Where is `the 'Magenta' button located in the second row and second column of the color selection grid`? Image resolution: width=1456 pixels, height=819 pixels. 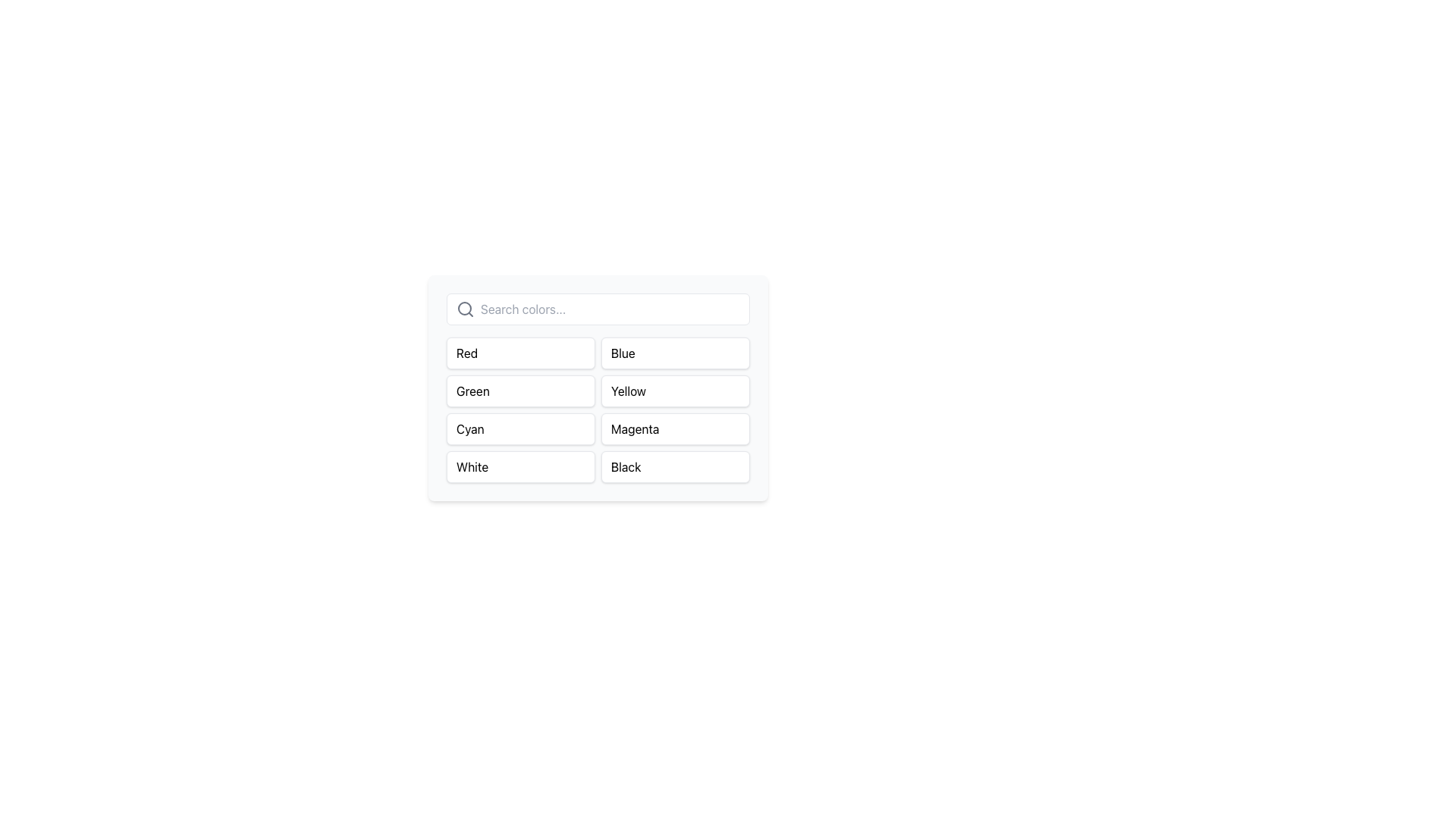 the 'Magenta' button located in the second row and second column of the color selection grid is located at coordinates (675, 429).